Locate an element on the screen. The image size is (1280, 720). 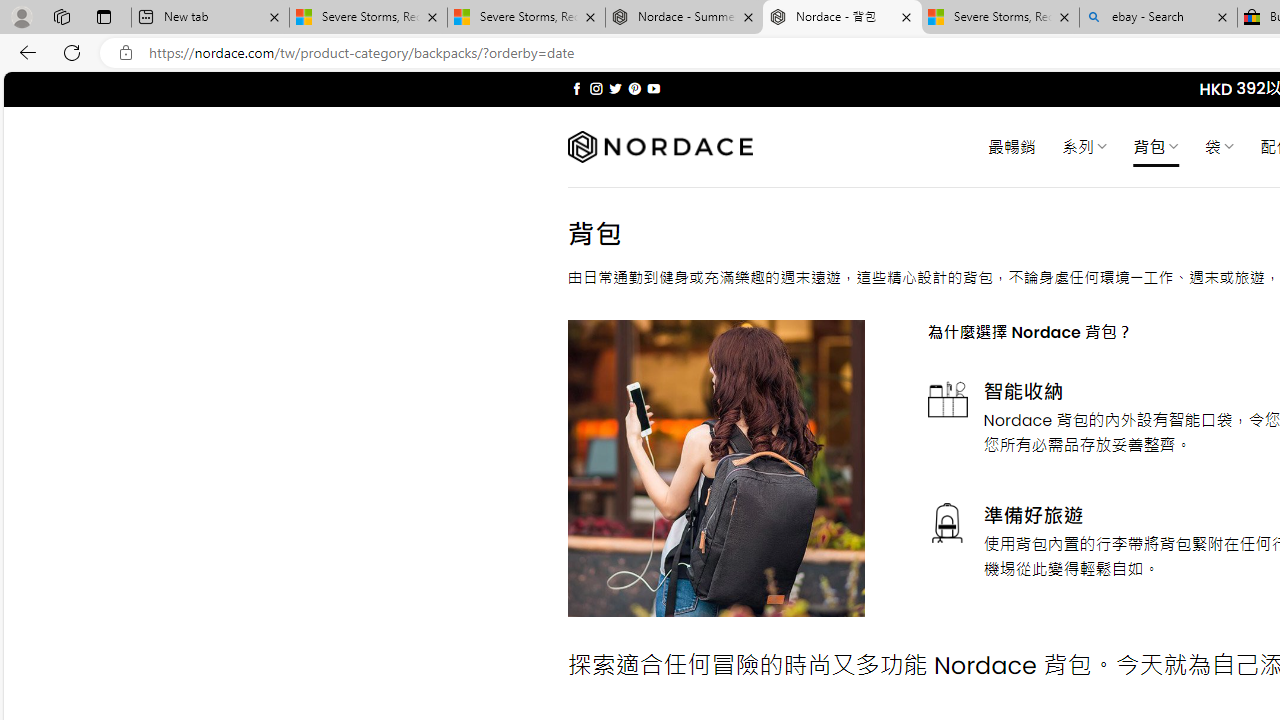
'New tab' is located at coordinates (210, 17).